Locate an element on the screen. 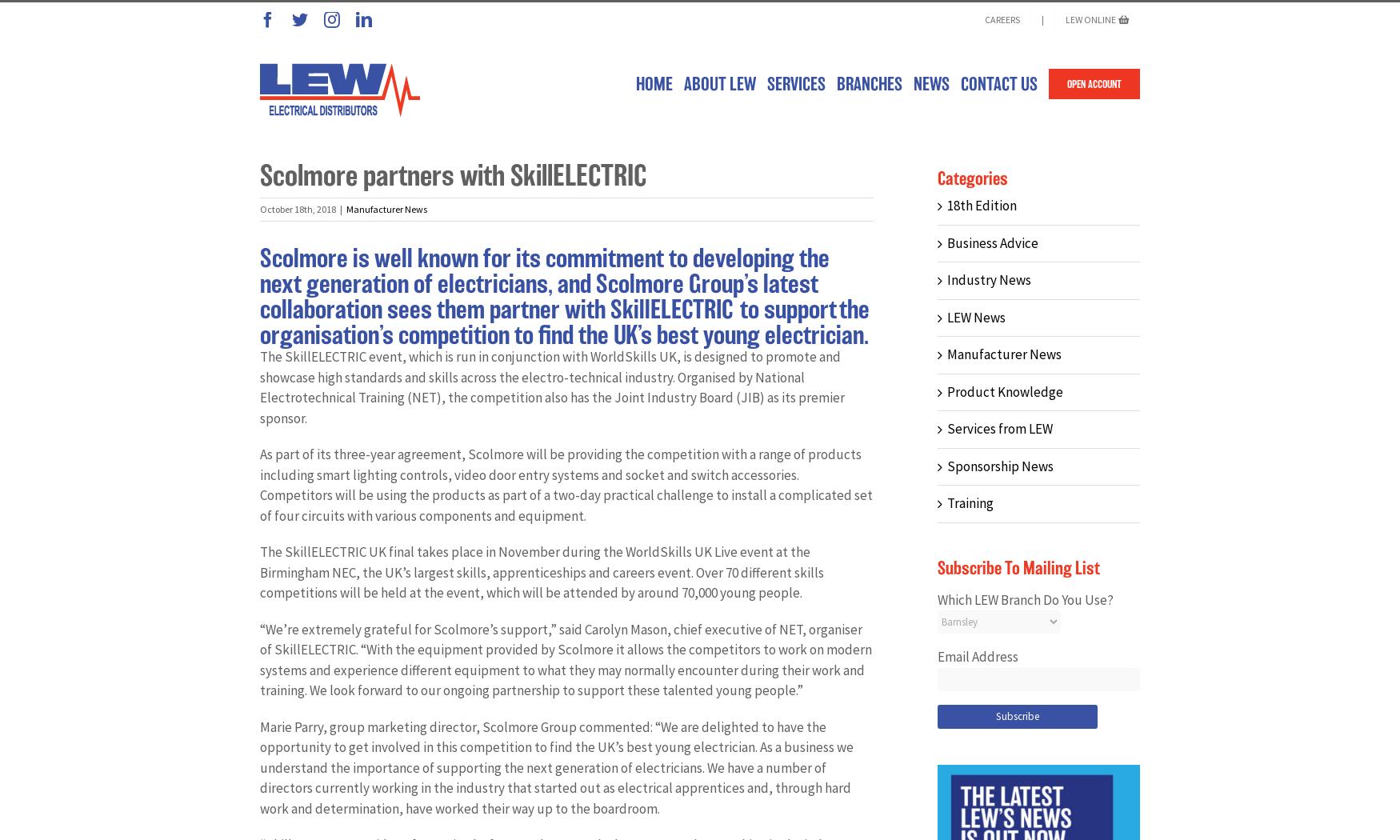 The image size is (1400, 840). 'Peterborough' is located at coordinates (890, 591).